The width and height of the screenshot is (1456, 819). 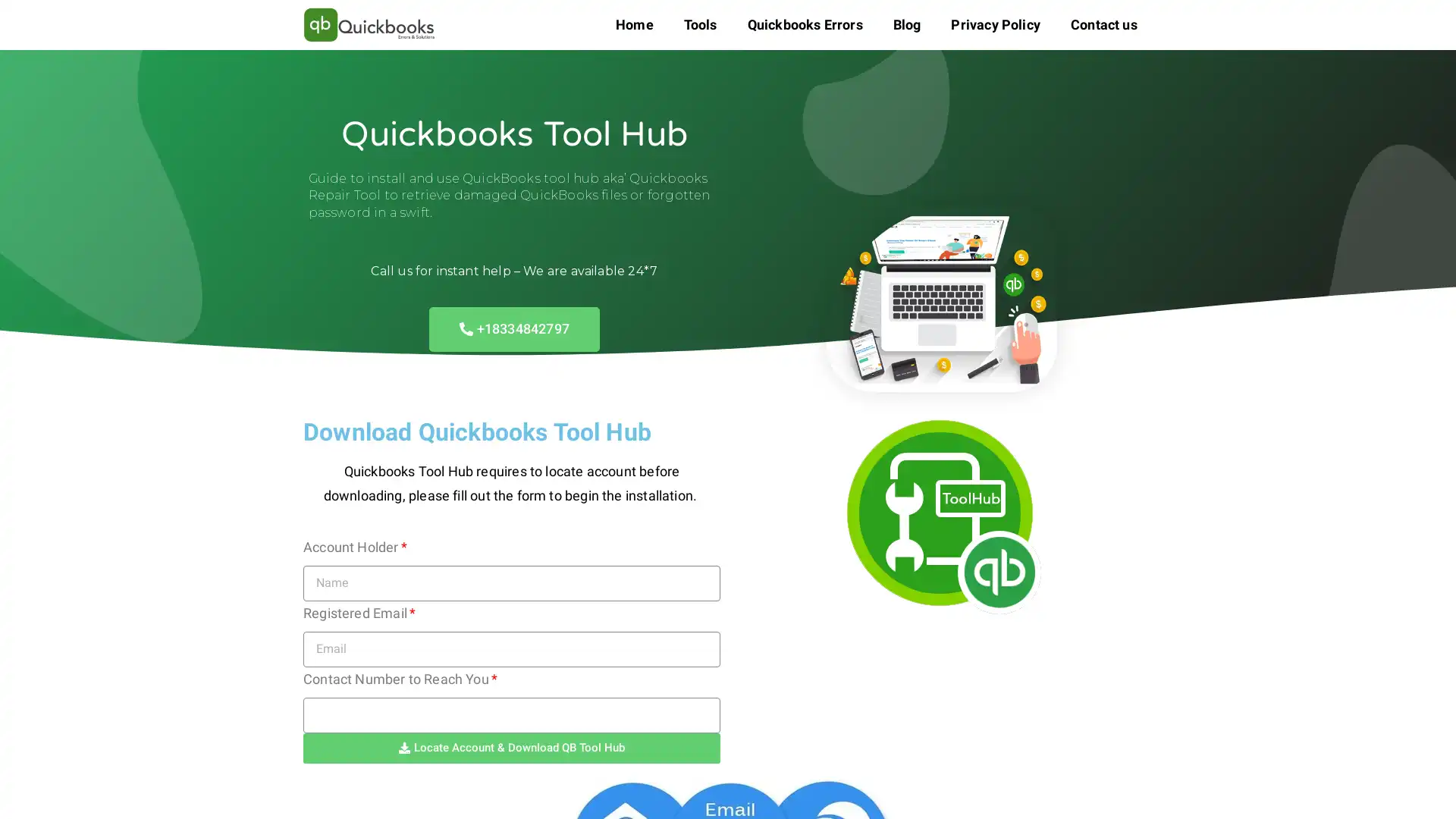 I want to click on Locate Account & Download QB Tool Hub, so click(x=512, y=747).